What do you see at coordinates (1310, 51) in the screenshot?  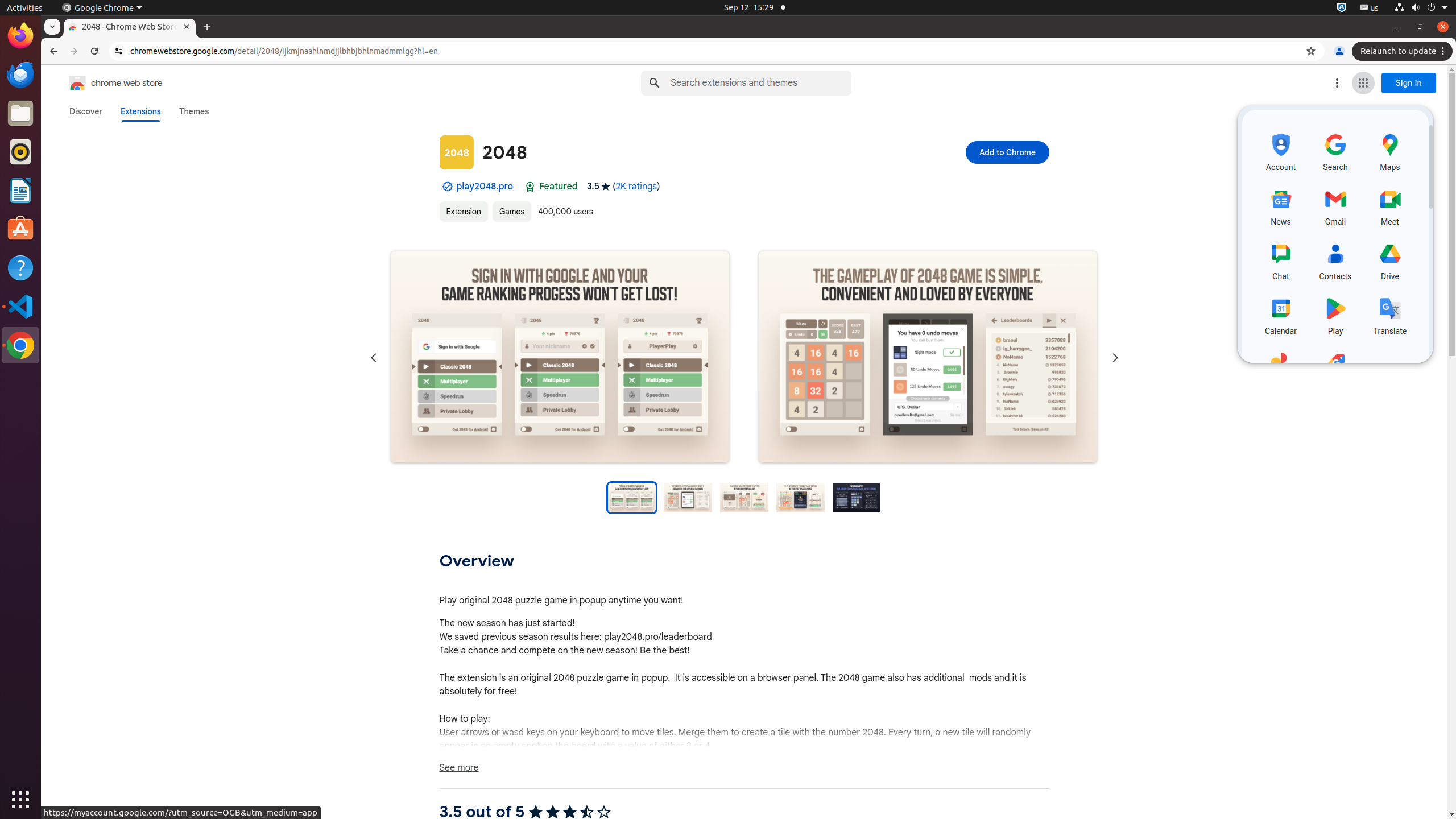 I see `'Bookmark this tab'` at bounding box center [1310, 51].